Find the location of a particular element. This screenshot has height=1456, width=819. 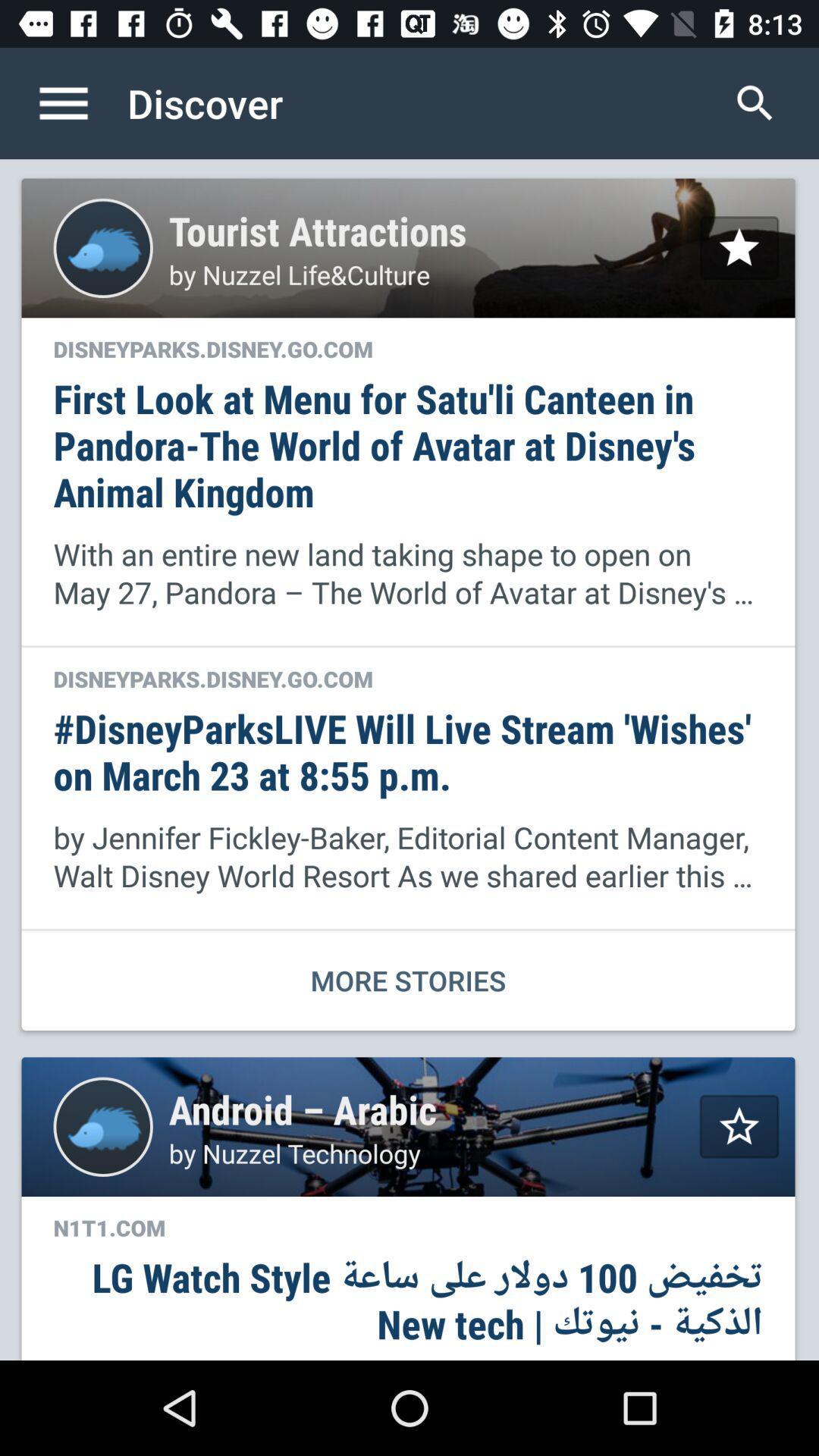

icon to the right of the discover icon is located at coordinates (755, 102).